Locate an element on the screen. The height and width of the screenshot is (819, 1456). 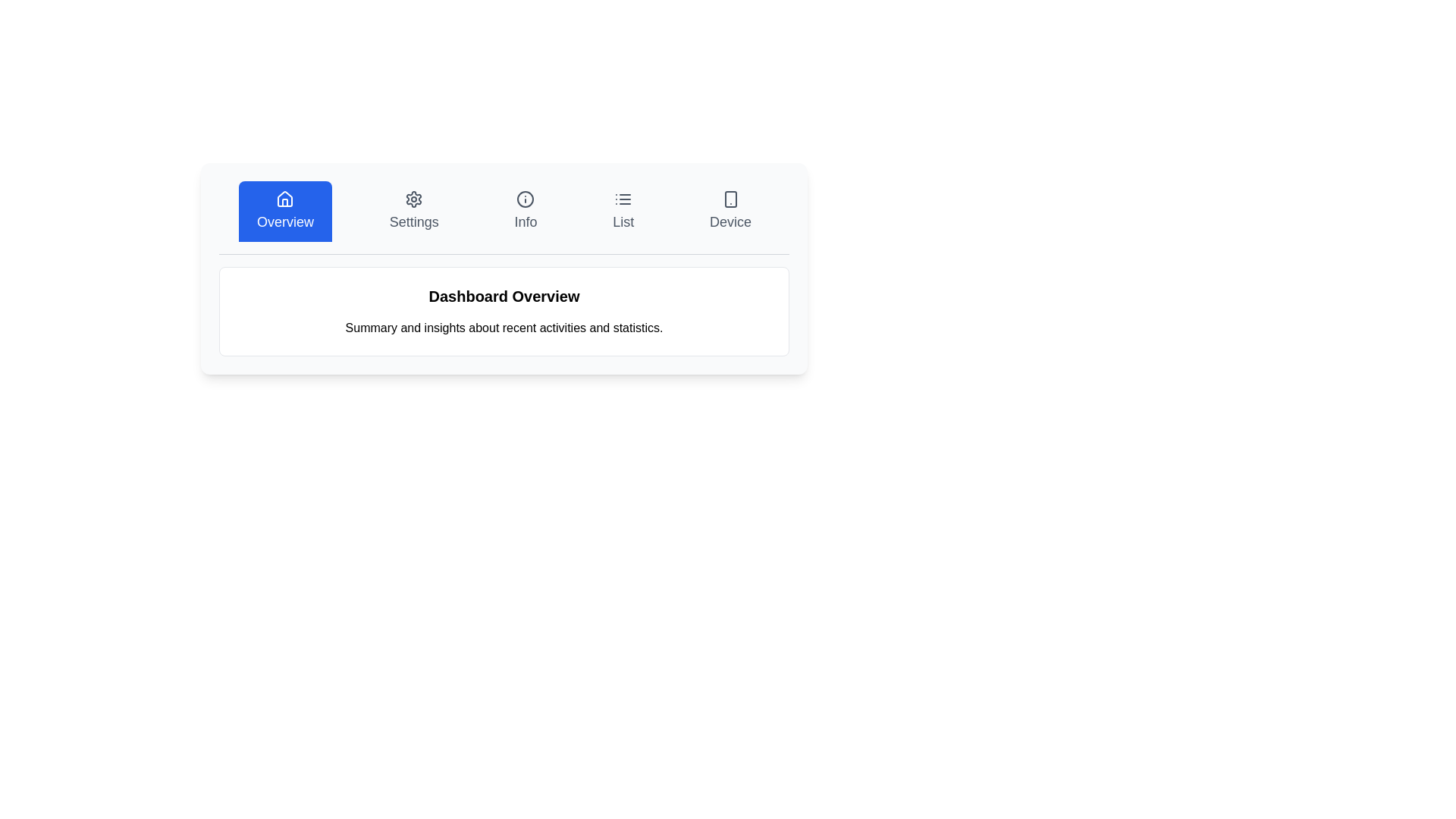
the 'Overview' button with a blue background and white house icon for keyboard navigation is located at coordinates (285, 211).